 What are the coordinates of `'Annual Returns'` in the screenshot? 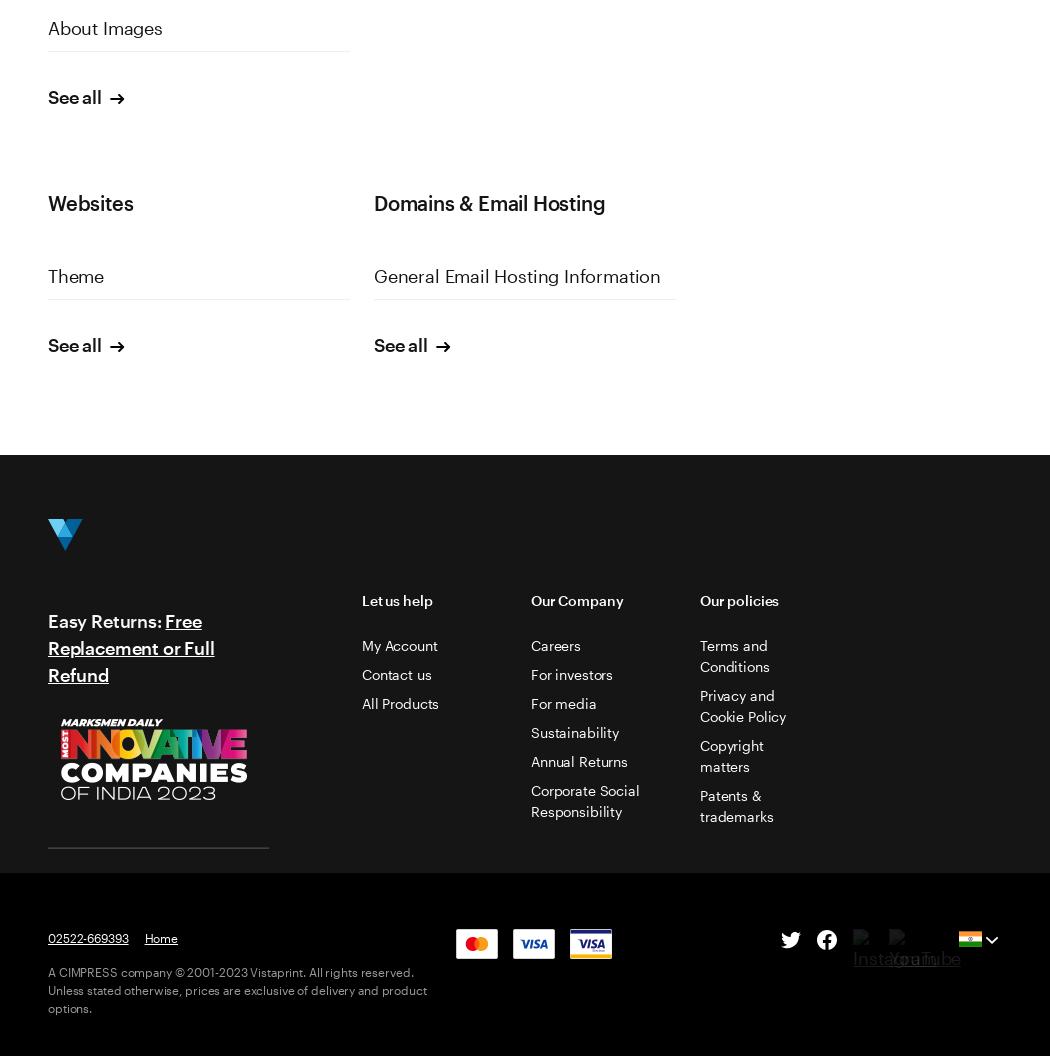 It's located at (577, 760).